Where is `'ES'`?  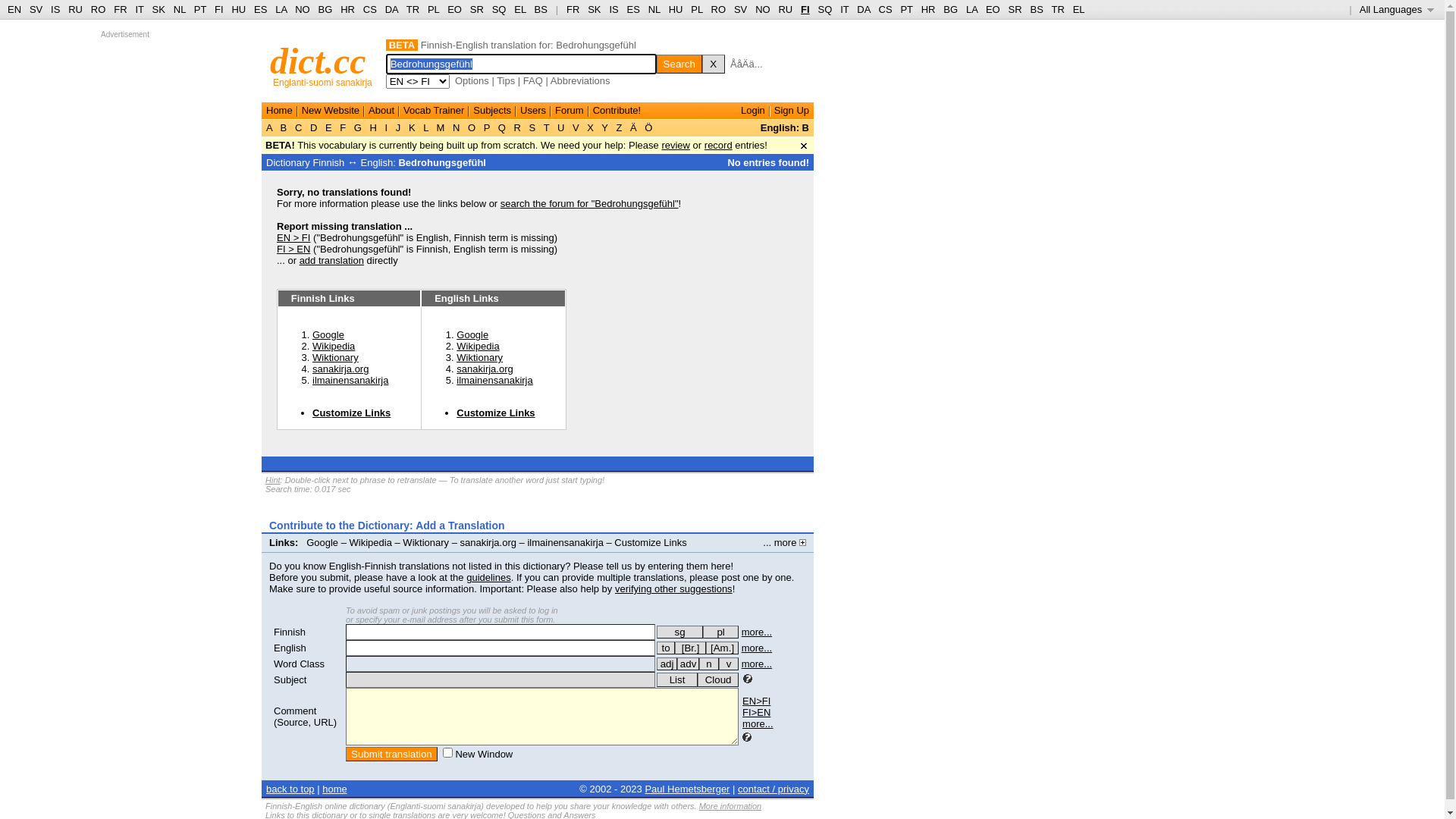
'ES' is located at coordinates (260, 9).